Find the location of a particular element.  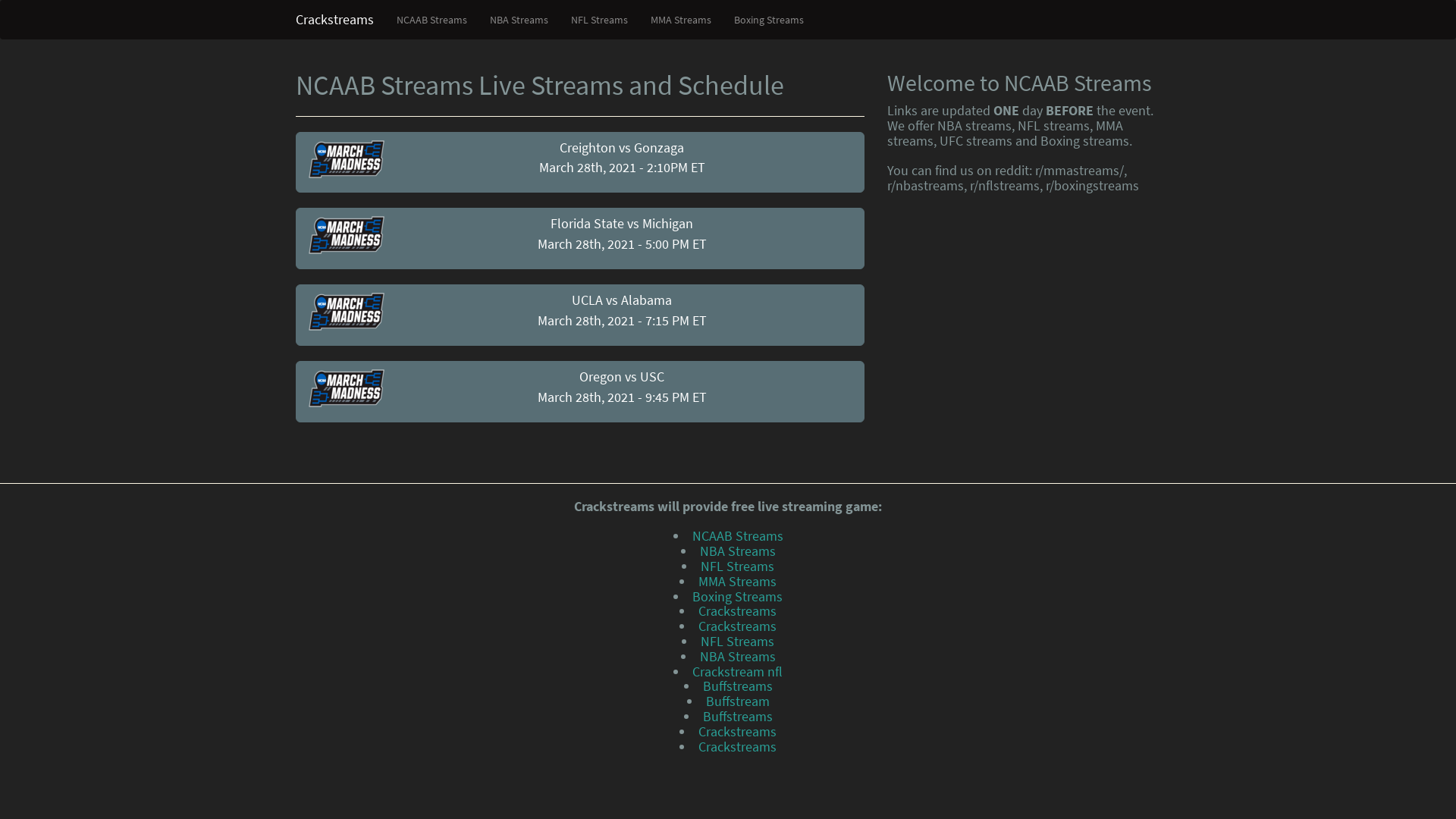

'Boxing Streams' is located at coordinates (737, 595).